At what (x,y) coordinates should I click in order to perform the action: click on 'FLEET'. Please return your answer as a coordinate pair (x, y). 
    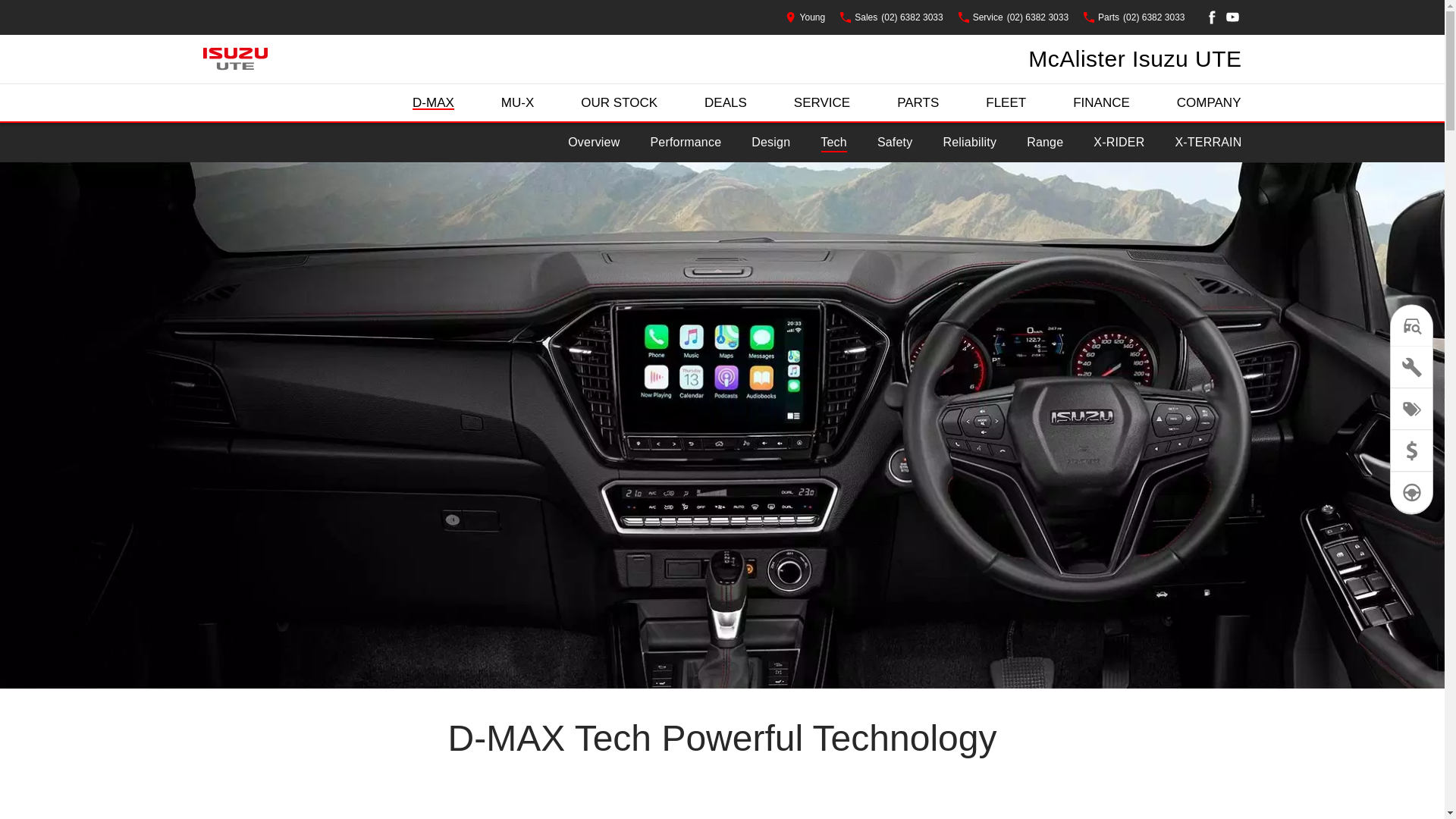
    Looking at the image, I should click on (1006, 102).